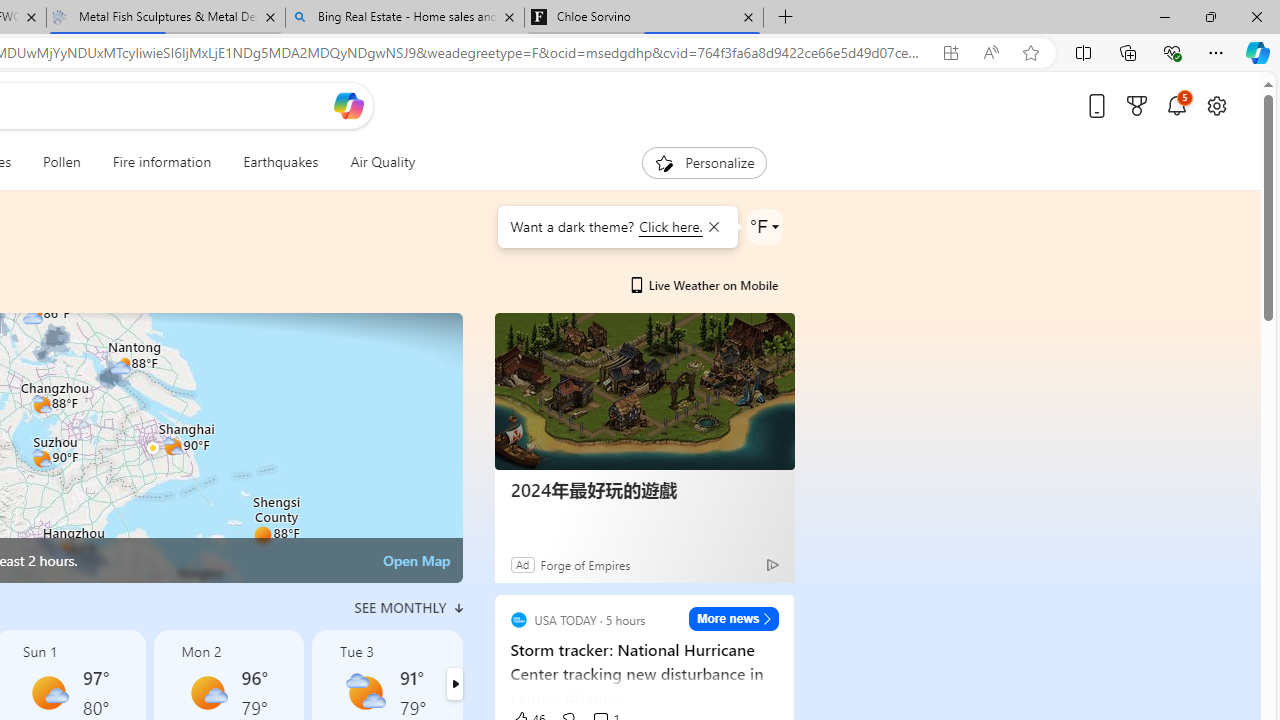  What do you see at coordinates (62, 162) in the screenshot?
I see `'Pollen'` at bounding box center [62, 162].